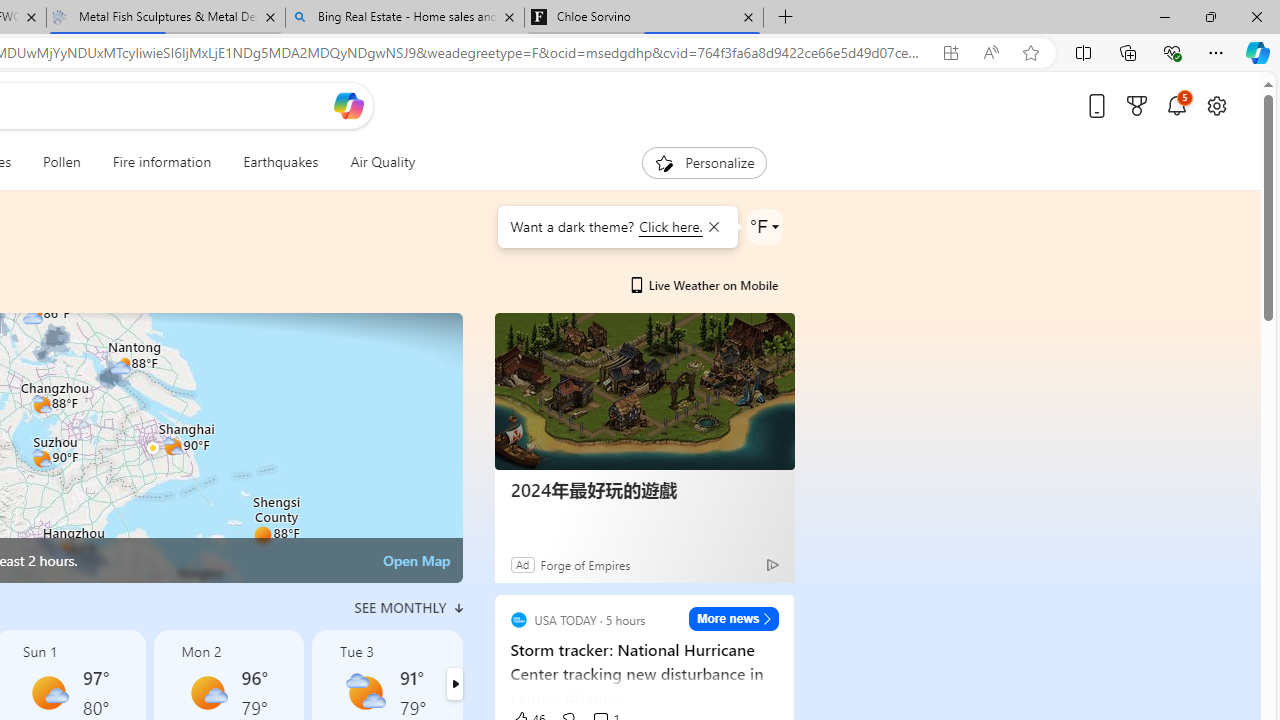  What do you see at coordinates (62, 162) in the screenshot?
I see `'Pollen'` at bounding box center [62, 162].